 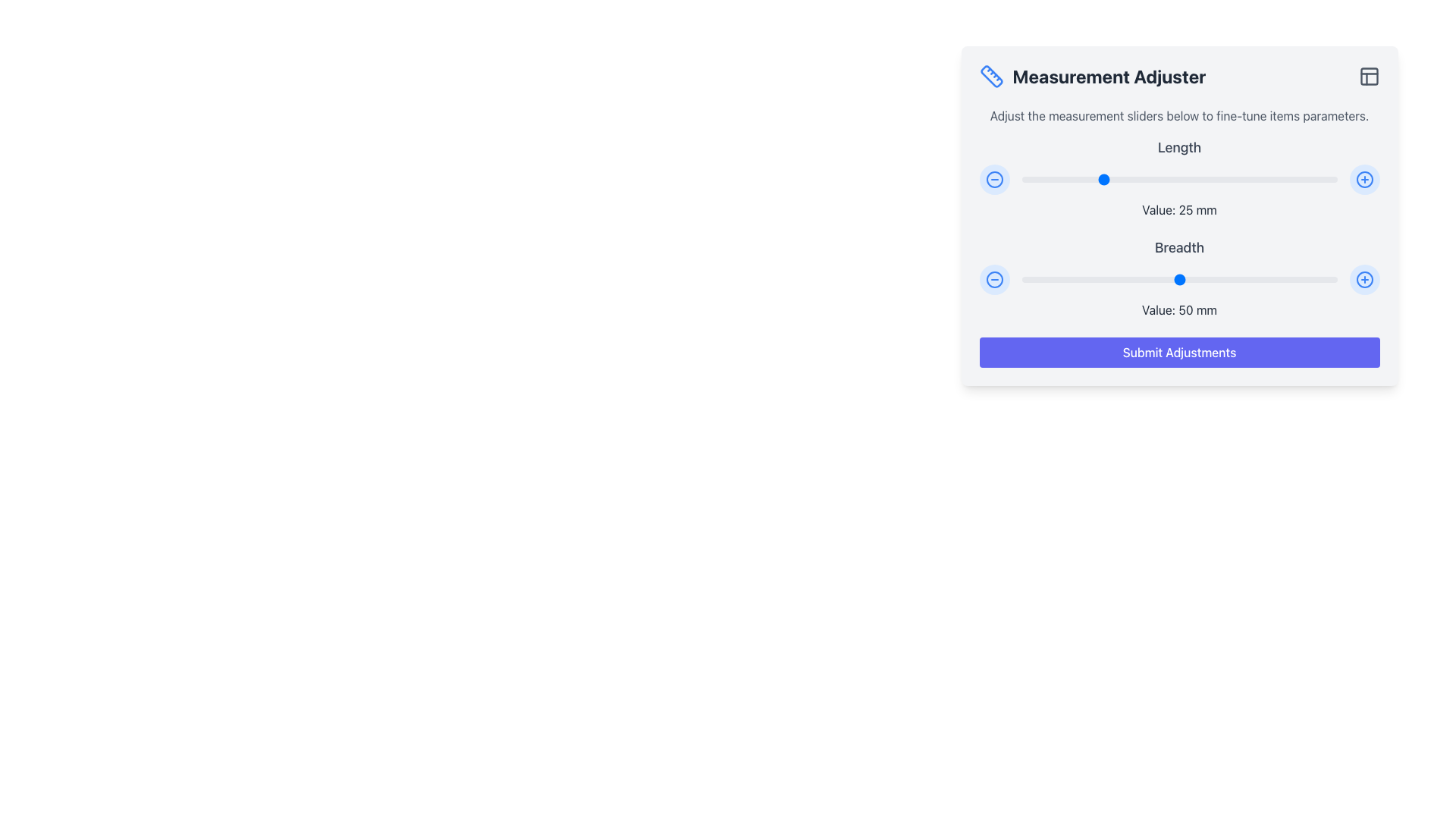 What do you see at coordinates (1094, 280) in the screenshot?
I see `the breadth` at bounding box center [1094, 280].